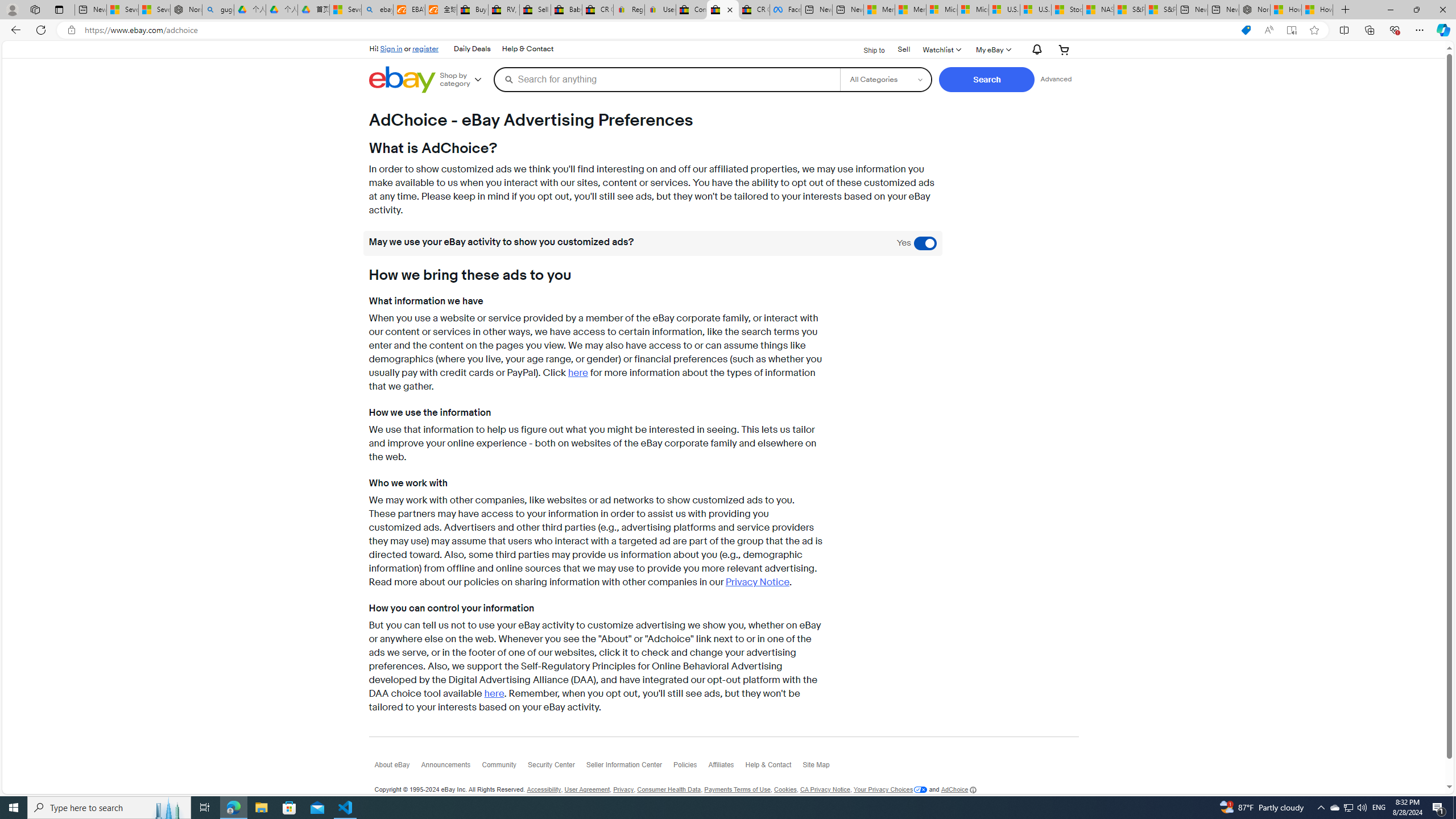 The image size is (1456, 819). Describe the element at coordinates (391, 48) in the screenshot. I see `'Sign in'` at that location.